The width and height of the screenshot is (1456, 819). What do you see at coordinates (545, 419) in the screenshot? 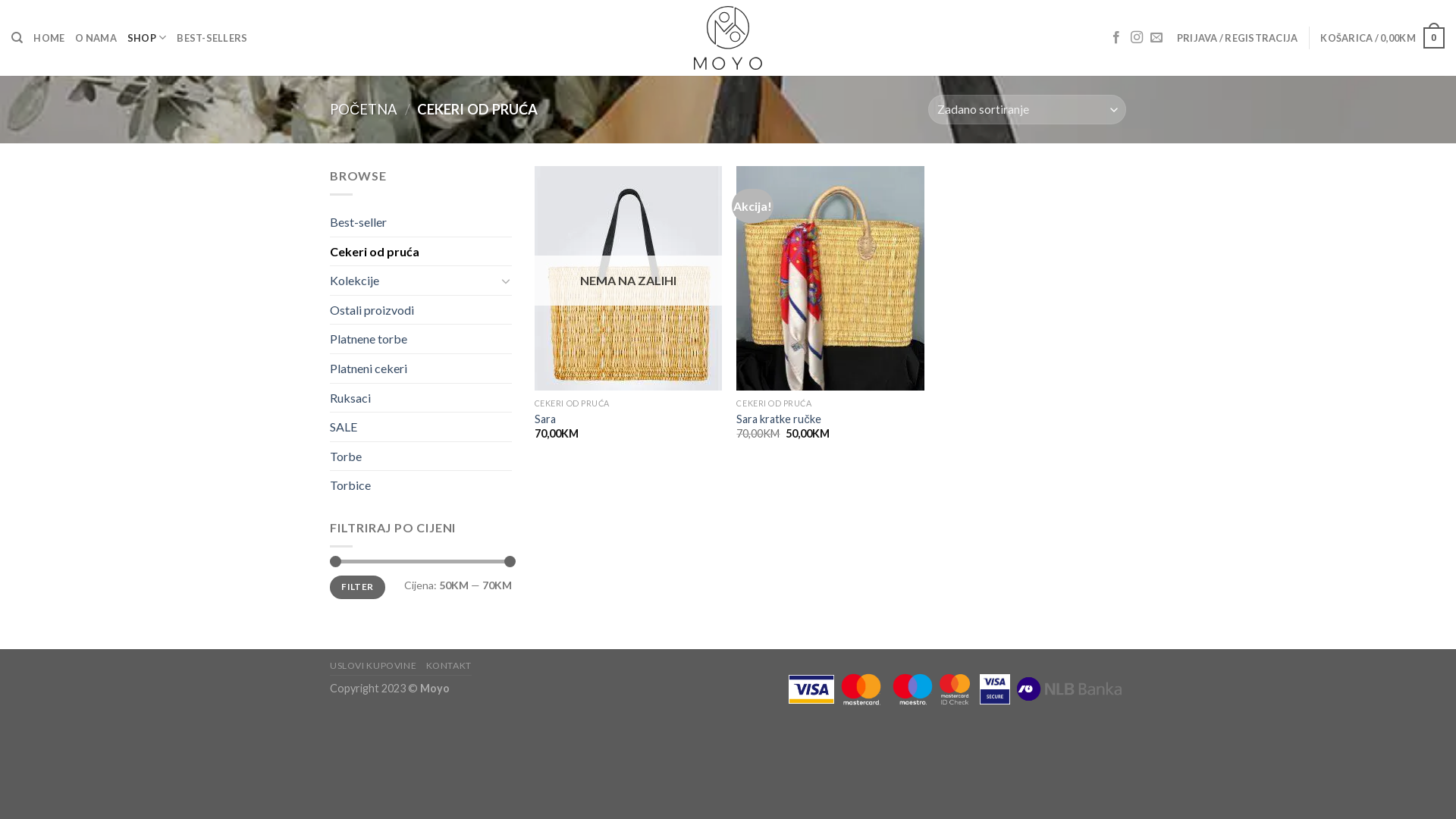
I see `'Sara'` at bounding box center [545, 419].